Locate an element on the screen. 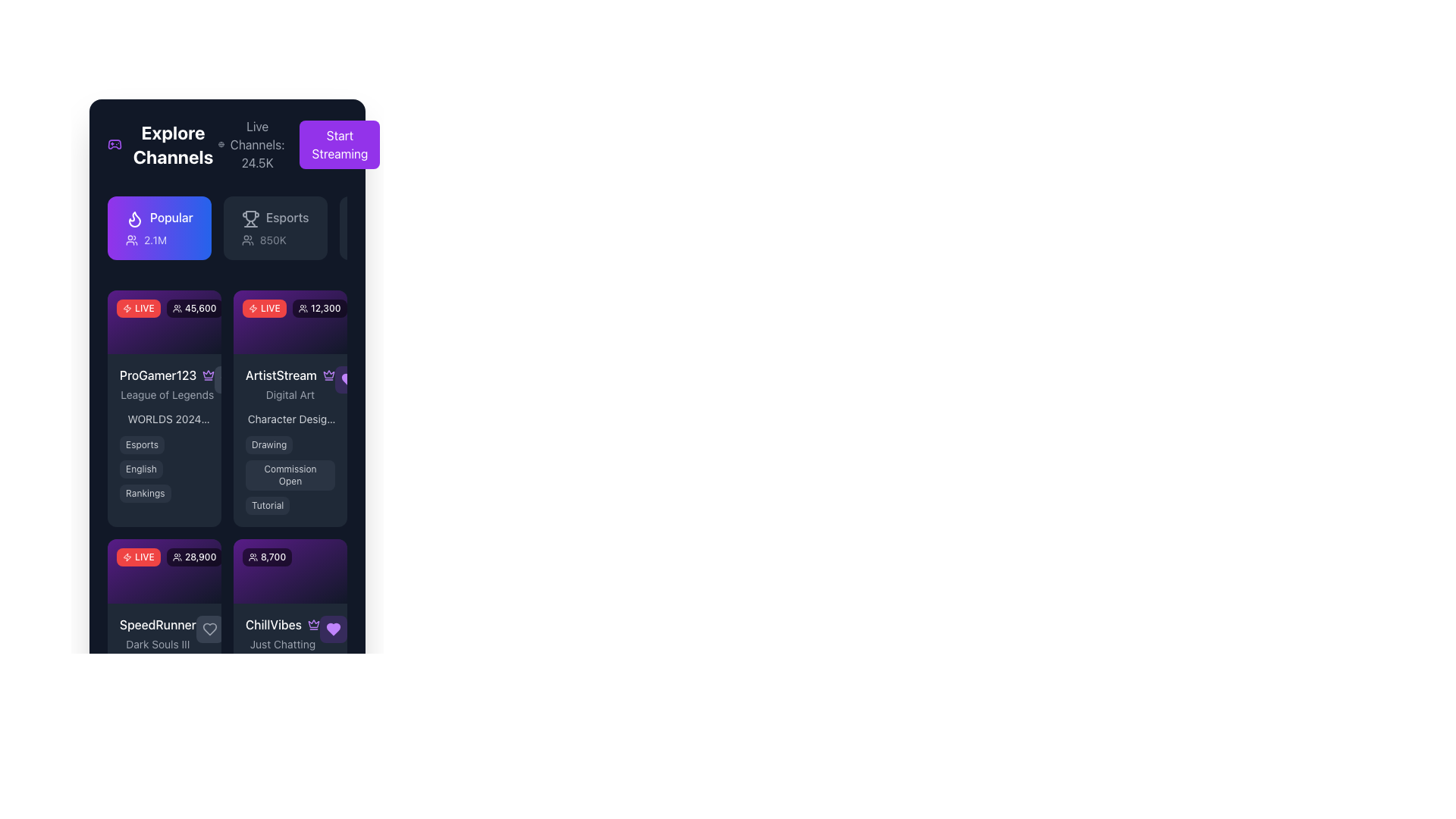 The height and width of the screenshot is (819, 1456). the 'Drawing' label located at the top of the labels group within the 'ArtistStream' card in the 'Explore Channels' section is located at coordinates (269, 444).